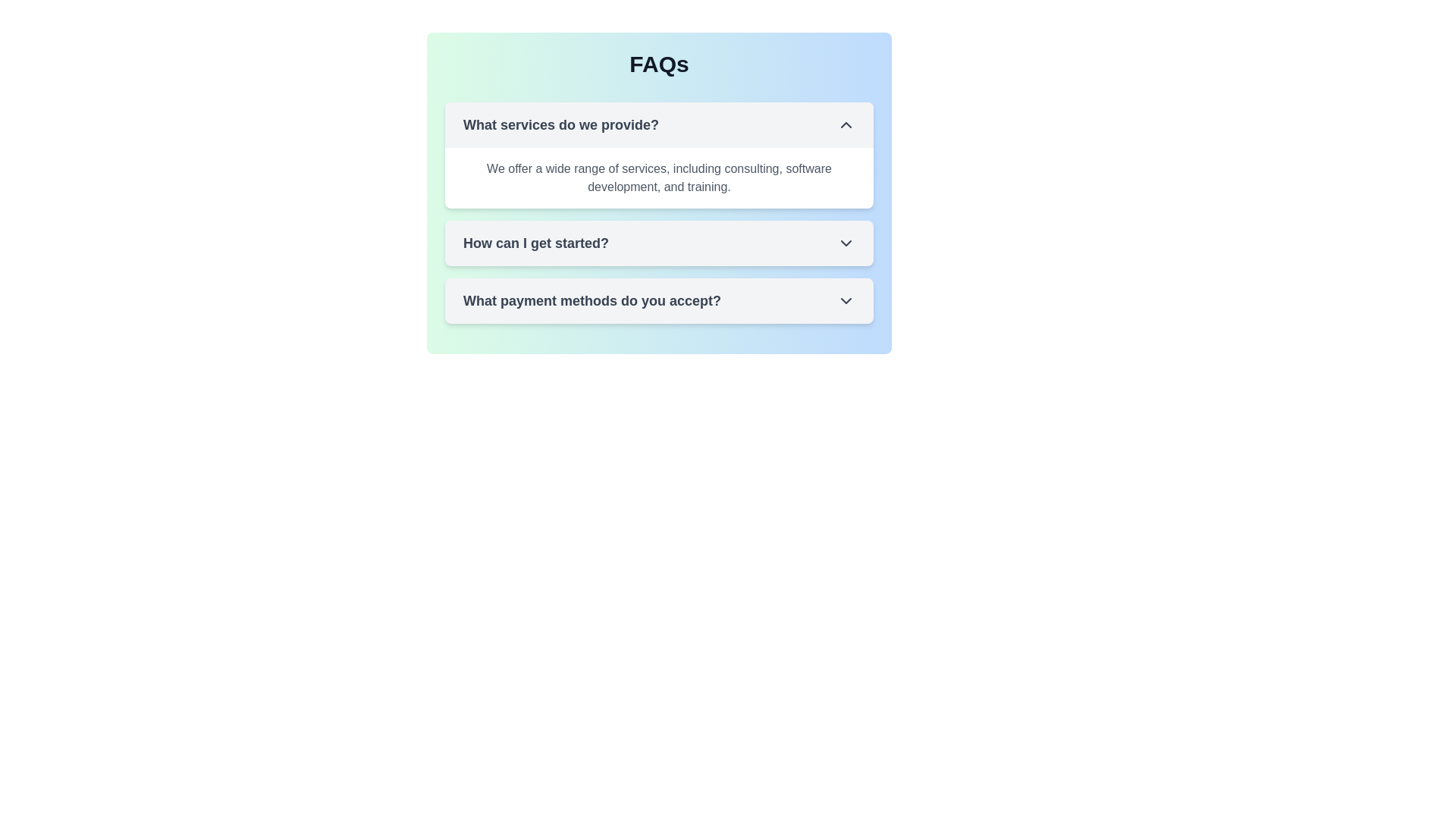 The image size is (1456, 819). Describe the element at coordinates (659, 177) in the screenshot. I see `the descriptive text block that provides information about the services offered, located underneath the heading 'What services do we provide?'` at that location.